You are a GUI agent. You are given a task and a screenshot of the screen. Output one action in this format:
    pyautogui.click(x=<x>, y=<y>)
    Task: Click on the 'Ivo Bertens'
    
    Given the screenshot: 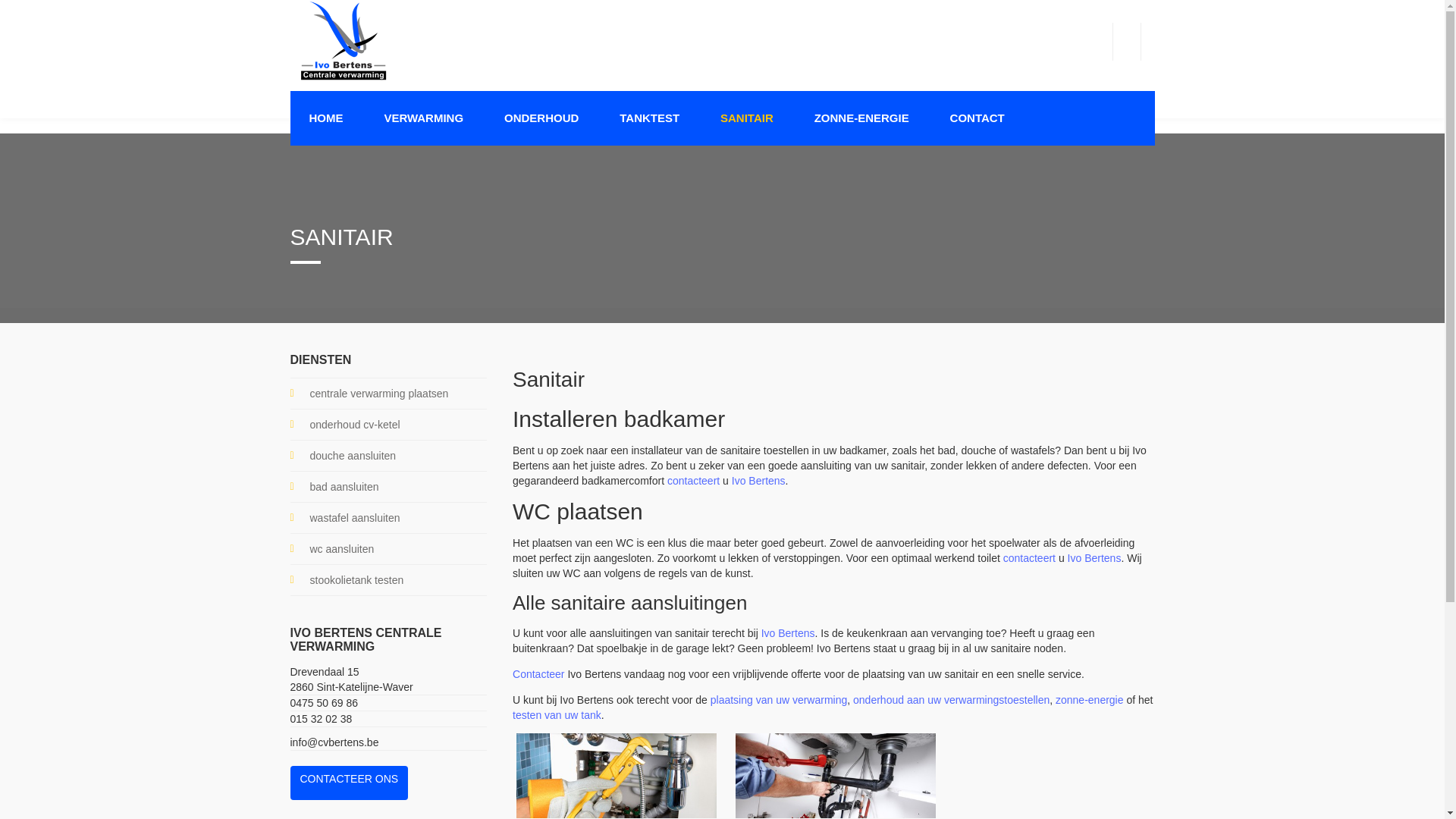 What is the action you would take?
    pyautogui.click(x=758, y=480)
    